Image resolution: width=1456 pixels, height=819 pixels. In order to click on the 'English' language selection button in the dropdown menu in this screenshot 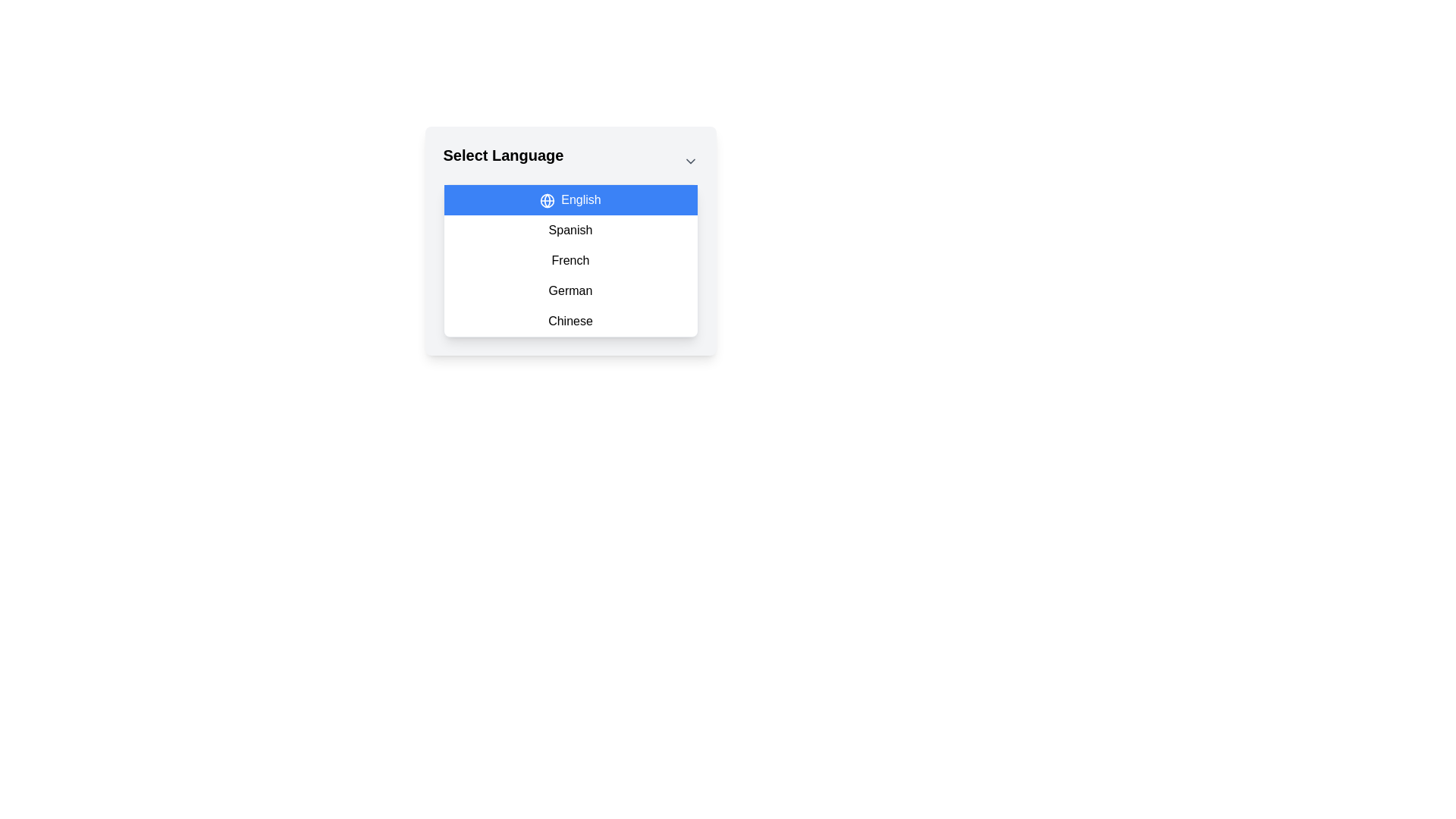, I will do `click(570, 199)`.